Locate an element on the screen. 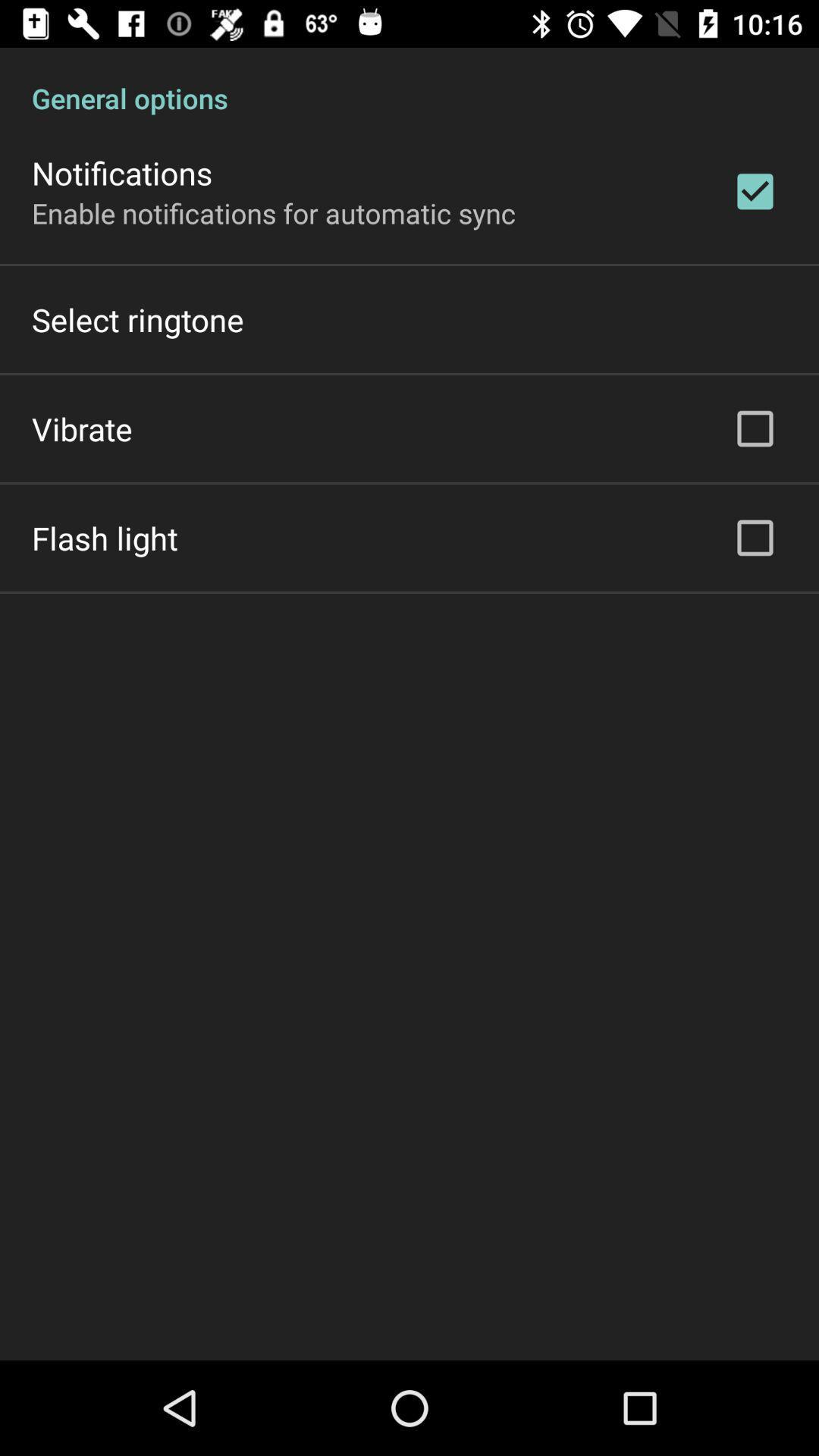  the icon below vibrate is located at coordinates (104, 538).